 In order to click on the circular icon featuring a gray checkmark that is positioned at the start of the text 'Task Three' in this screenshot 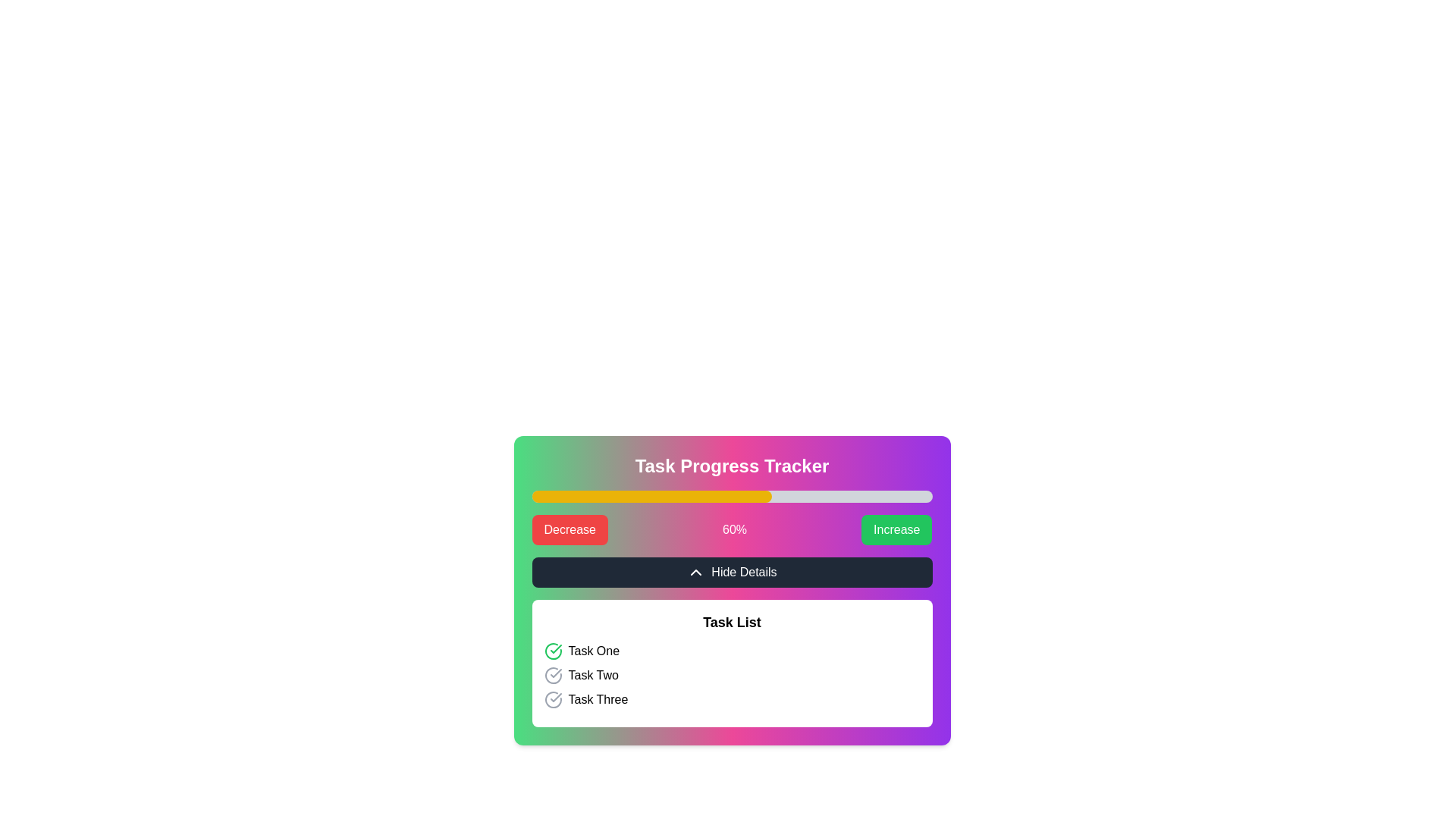, I will do `click(552, 699)`.